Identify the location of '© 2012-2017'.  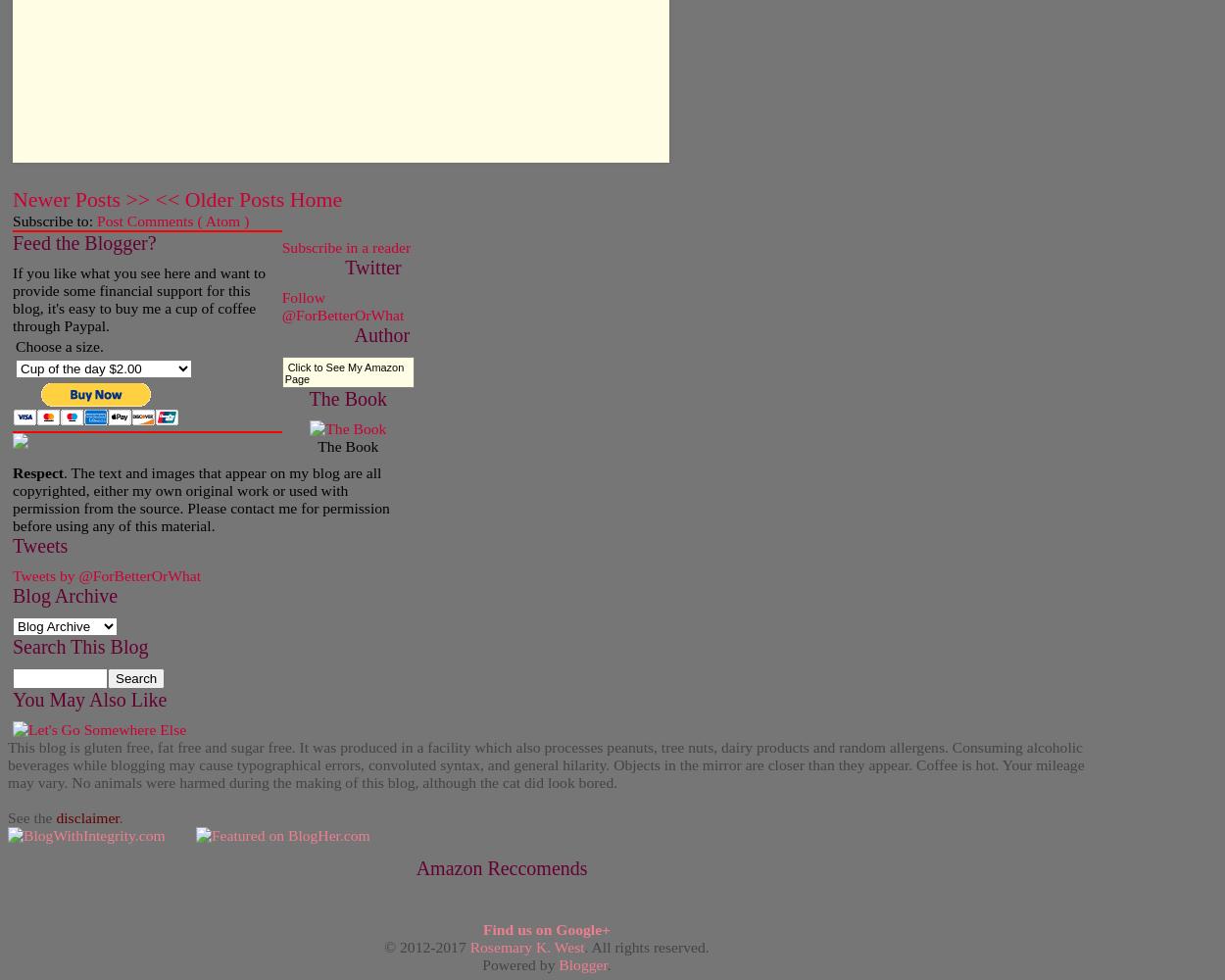
(384, 945).